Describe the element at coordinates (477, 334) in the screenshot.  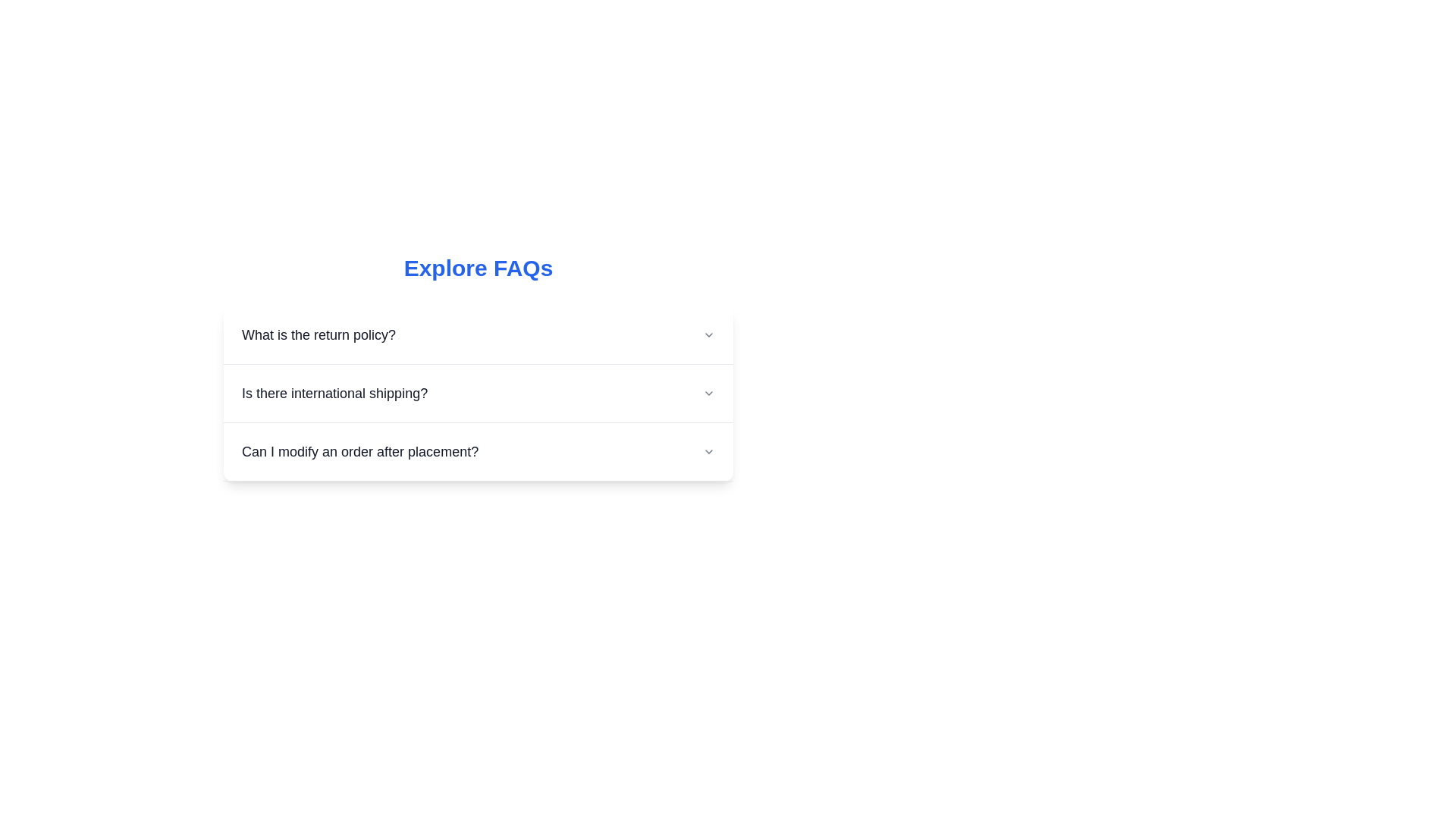
I see `the collapsible title reading 'What is the return policy?'` at that location.